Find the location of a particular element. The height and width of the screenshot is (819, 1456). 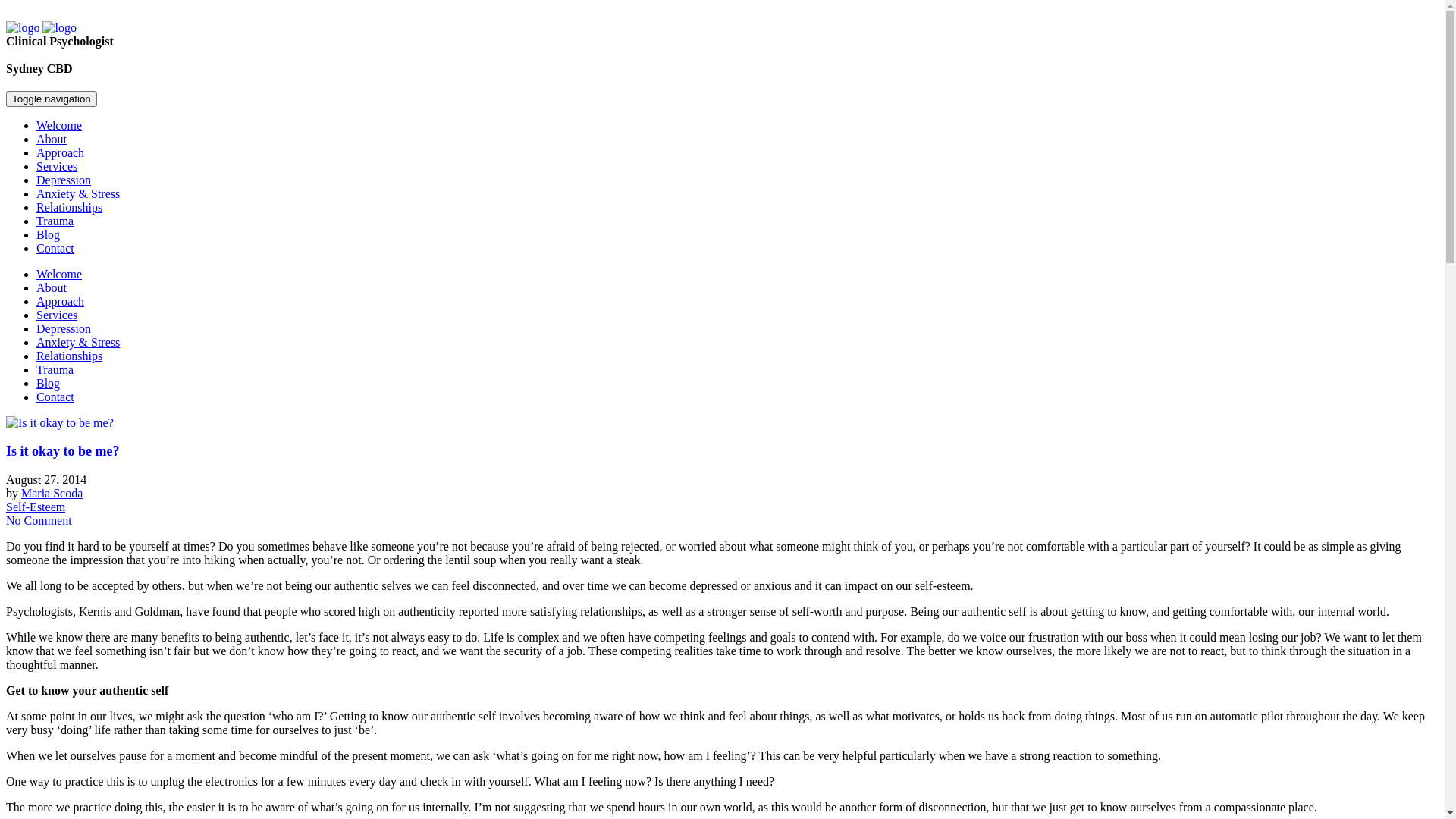

'Approach' is located at coordinates (60, 152).